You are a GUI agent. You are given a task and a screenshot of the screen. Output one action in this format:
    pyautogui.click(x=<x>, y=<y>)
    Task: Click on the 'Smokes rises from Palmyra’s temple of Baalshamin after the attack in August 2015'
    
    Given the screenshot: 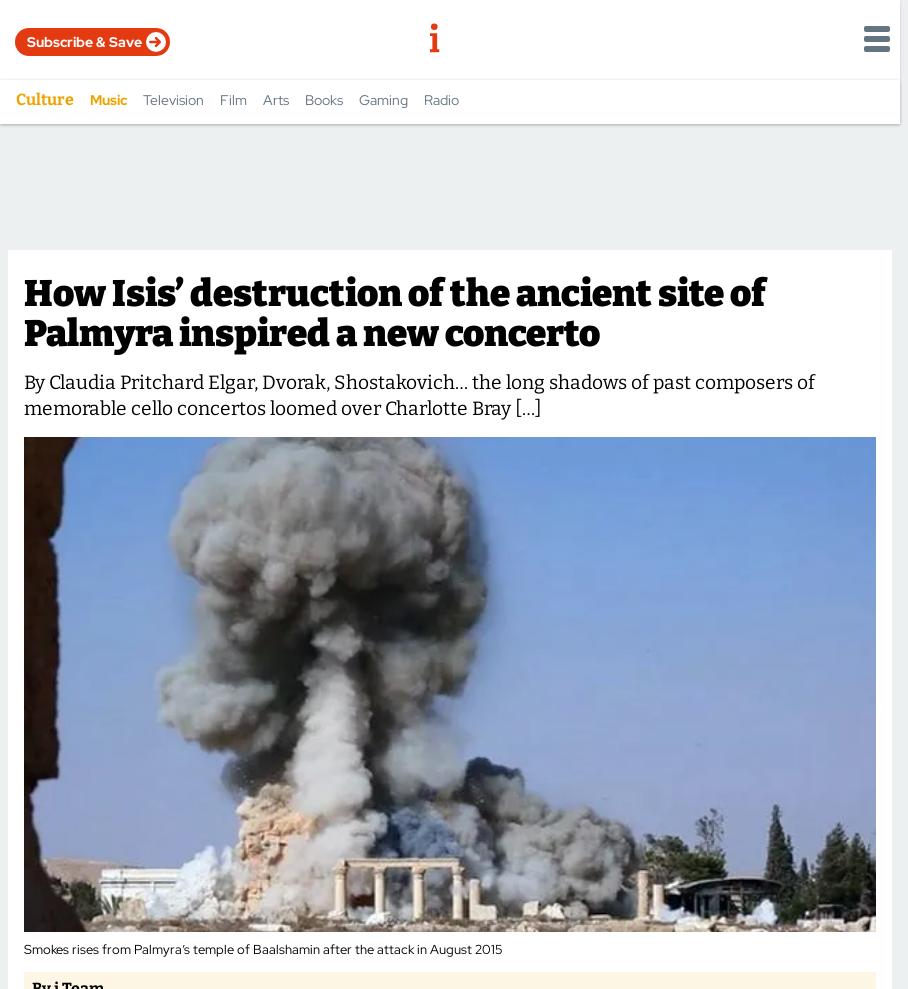 What is the action you would take?
    pyautogui.click(x=261, y=948)
    